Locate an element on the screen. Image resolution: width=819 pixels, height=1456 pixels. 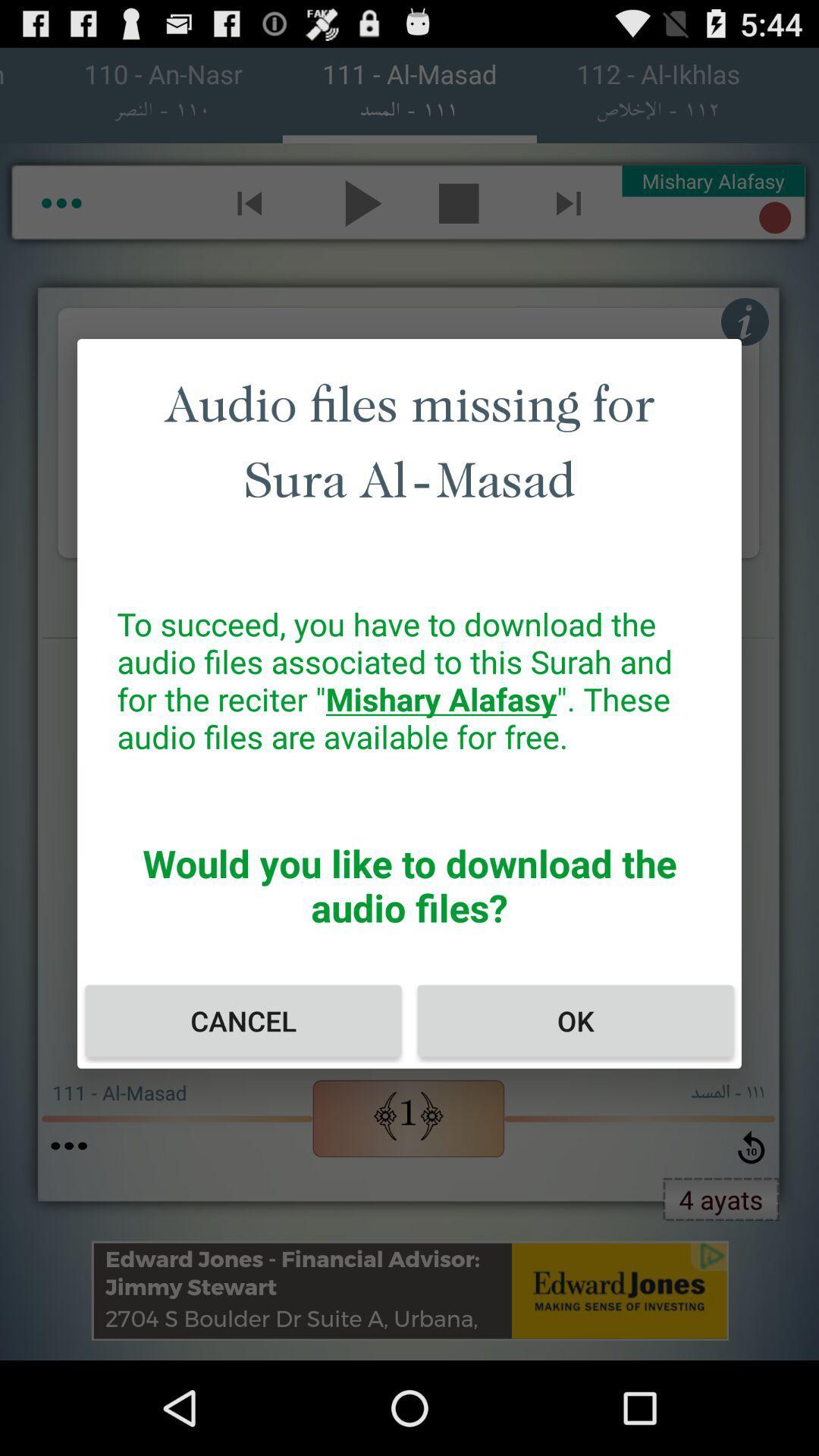
icon next to ok icon is located at coordinates (242, 1021).